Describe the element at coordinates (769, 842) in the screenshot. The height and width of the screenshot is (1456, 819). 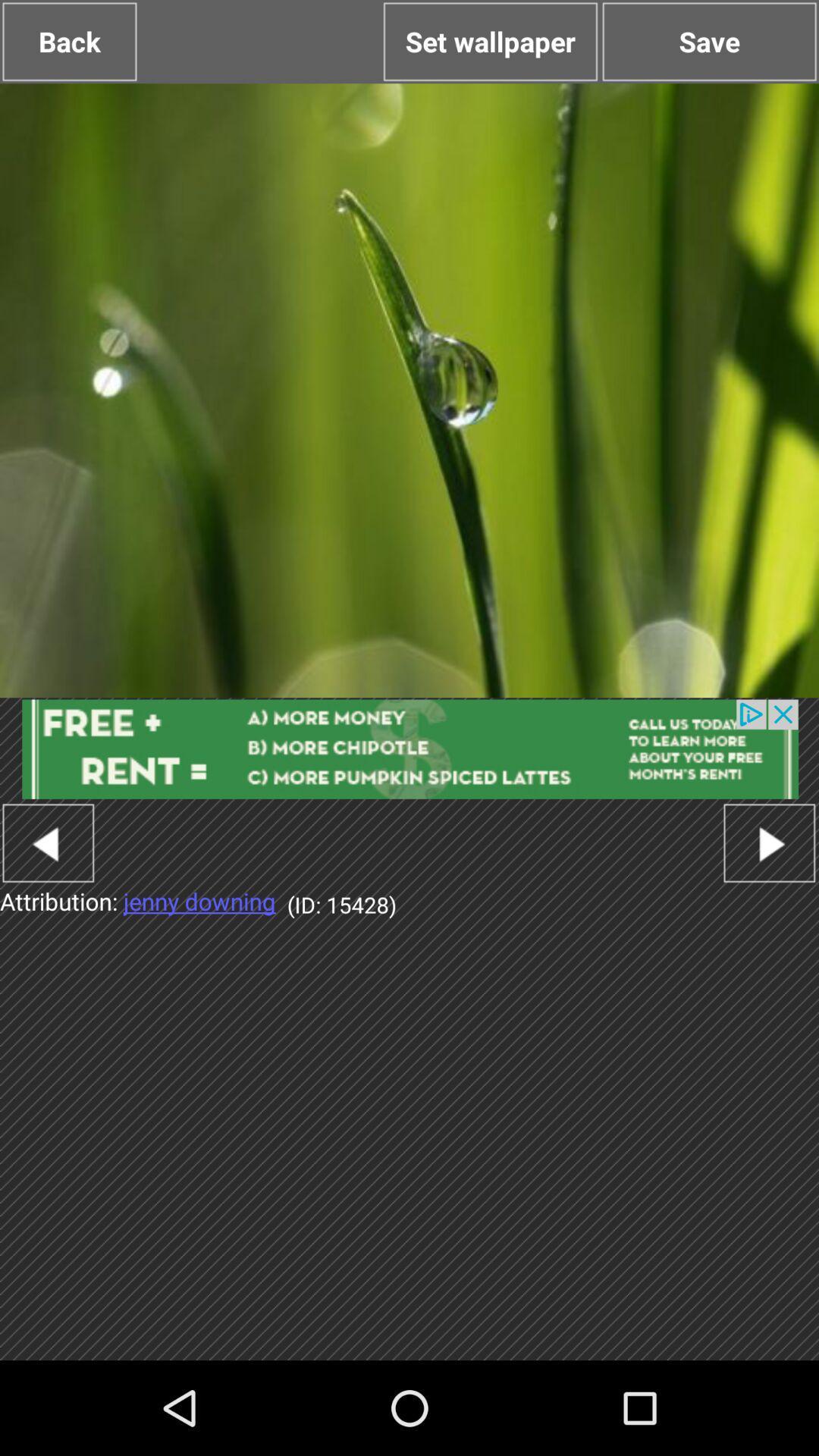
I see `next` at that location.